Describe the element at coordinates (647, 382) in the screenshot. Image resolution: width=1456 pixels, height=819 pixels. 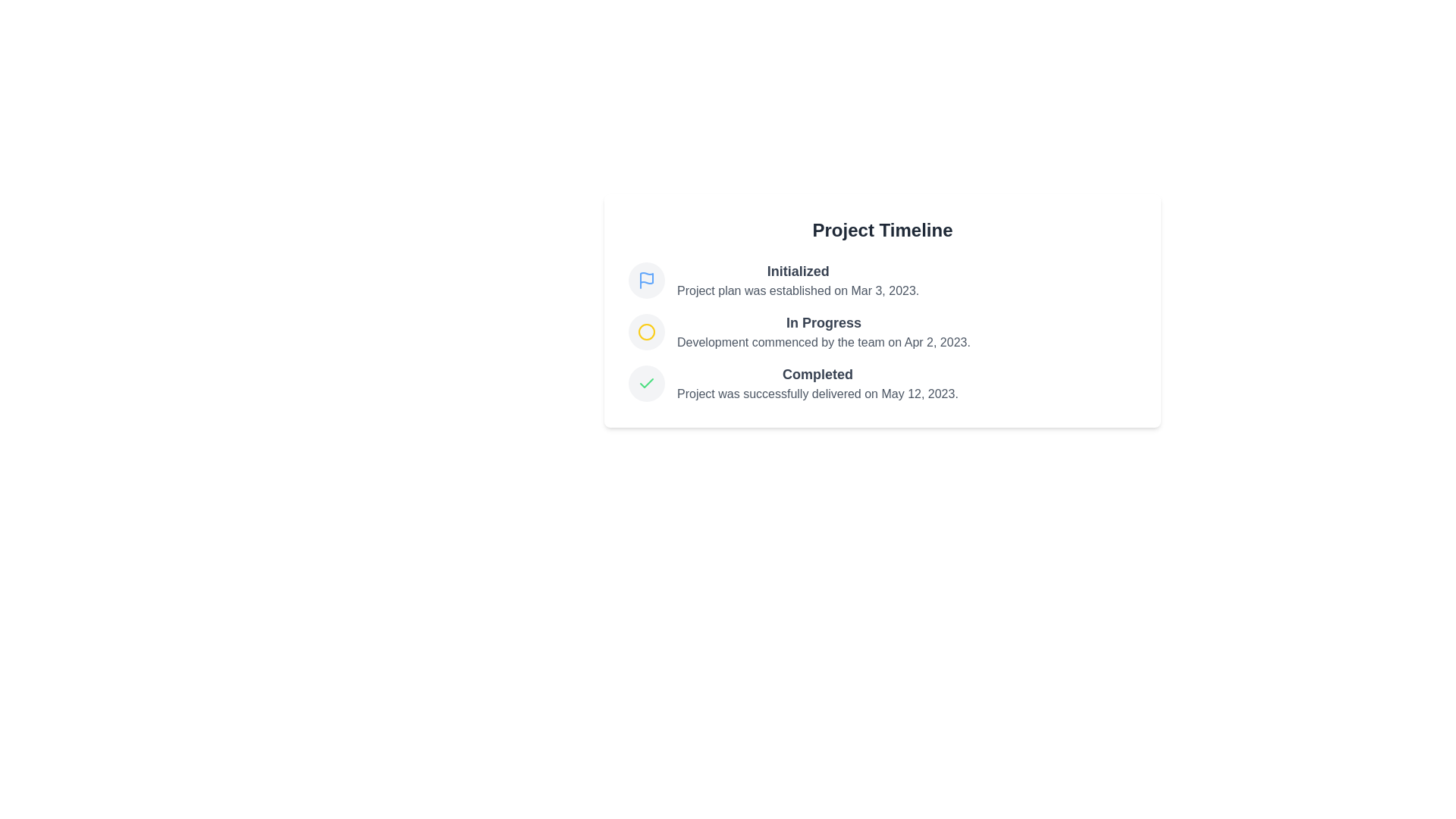
I see `the checkmark icon indicating a completed status in the timeline, located next to the 'Completed' status text` at that location.